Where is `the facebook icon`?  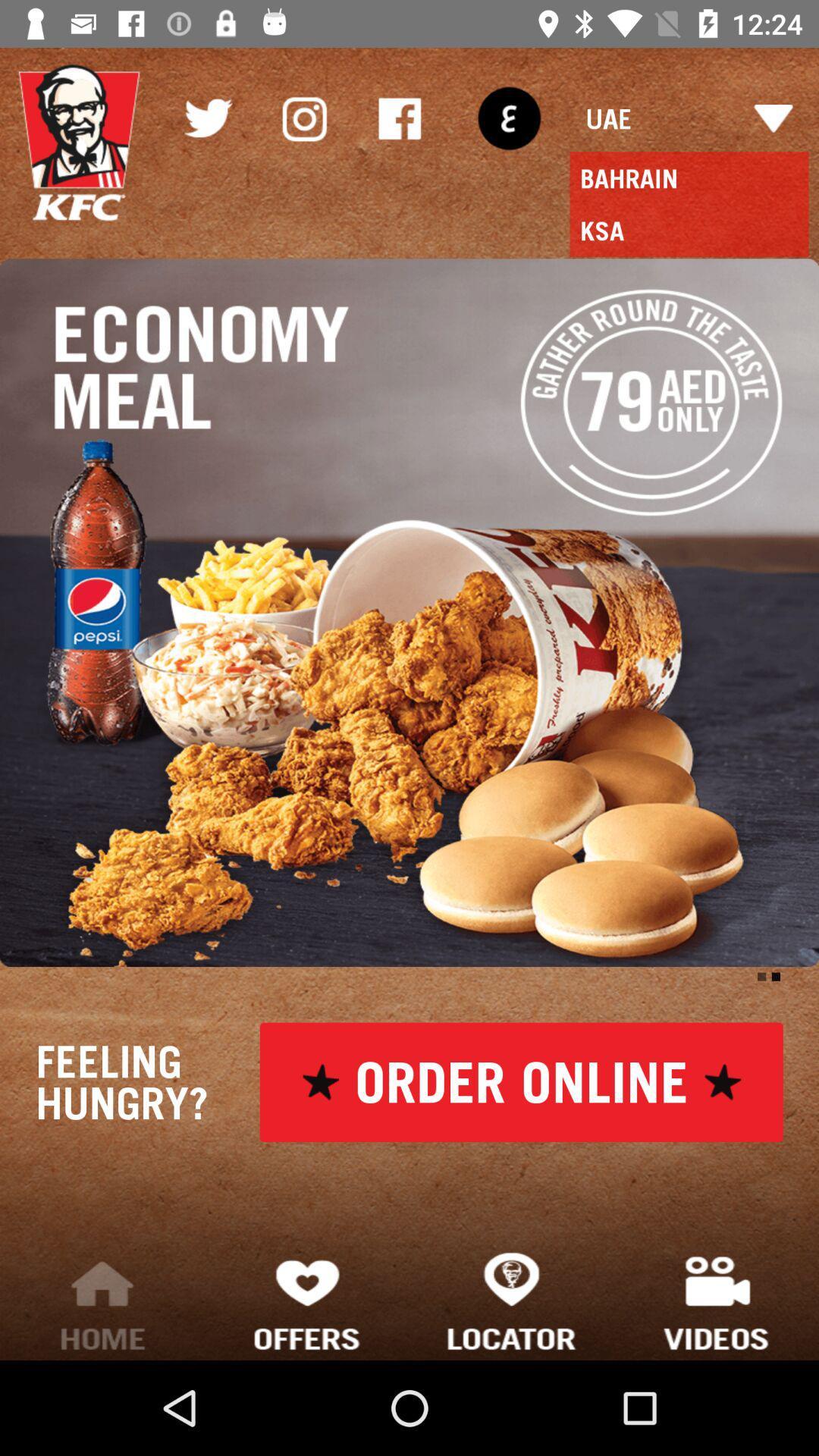
the facebook icon is located at coordinates (399, 118).